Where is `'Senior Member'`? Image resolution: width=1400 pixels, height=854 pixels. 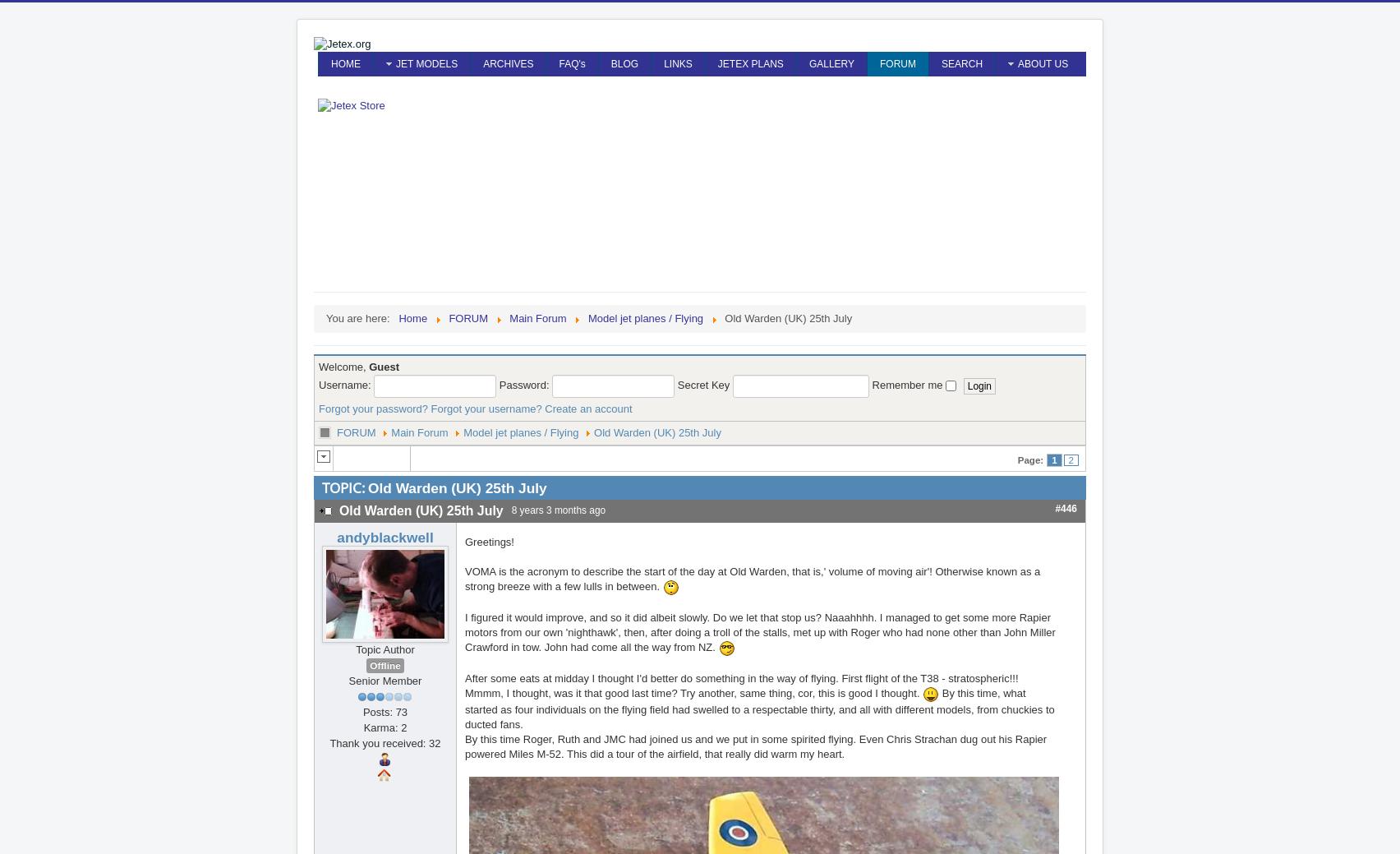 'Senior Member' is located at coordinates (347, 679).